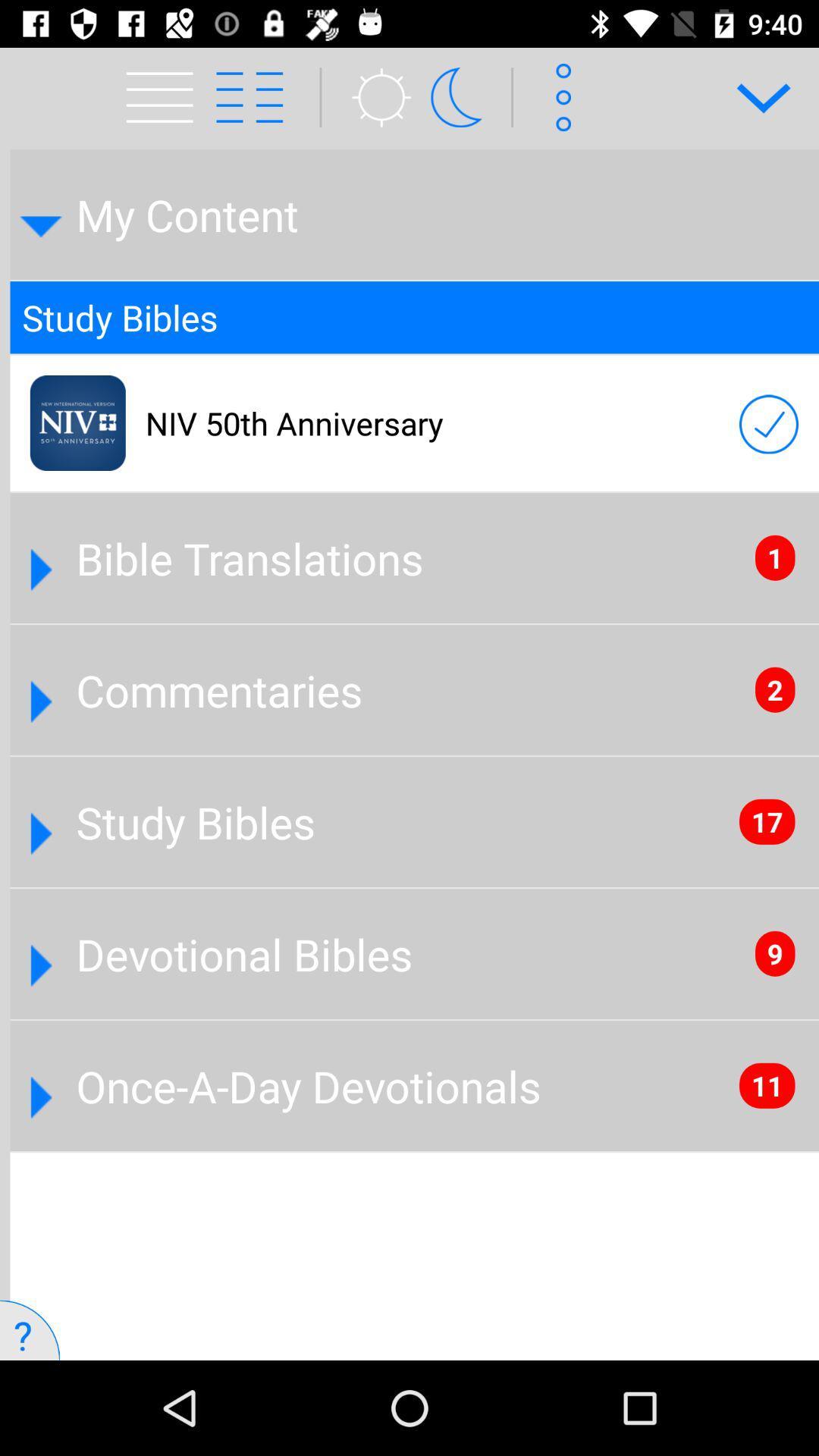  What do you see at coordinates (558, 96) in the screenshot?
I see `the more icon` at bounding box center [558, 96].